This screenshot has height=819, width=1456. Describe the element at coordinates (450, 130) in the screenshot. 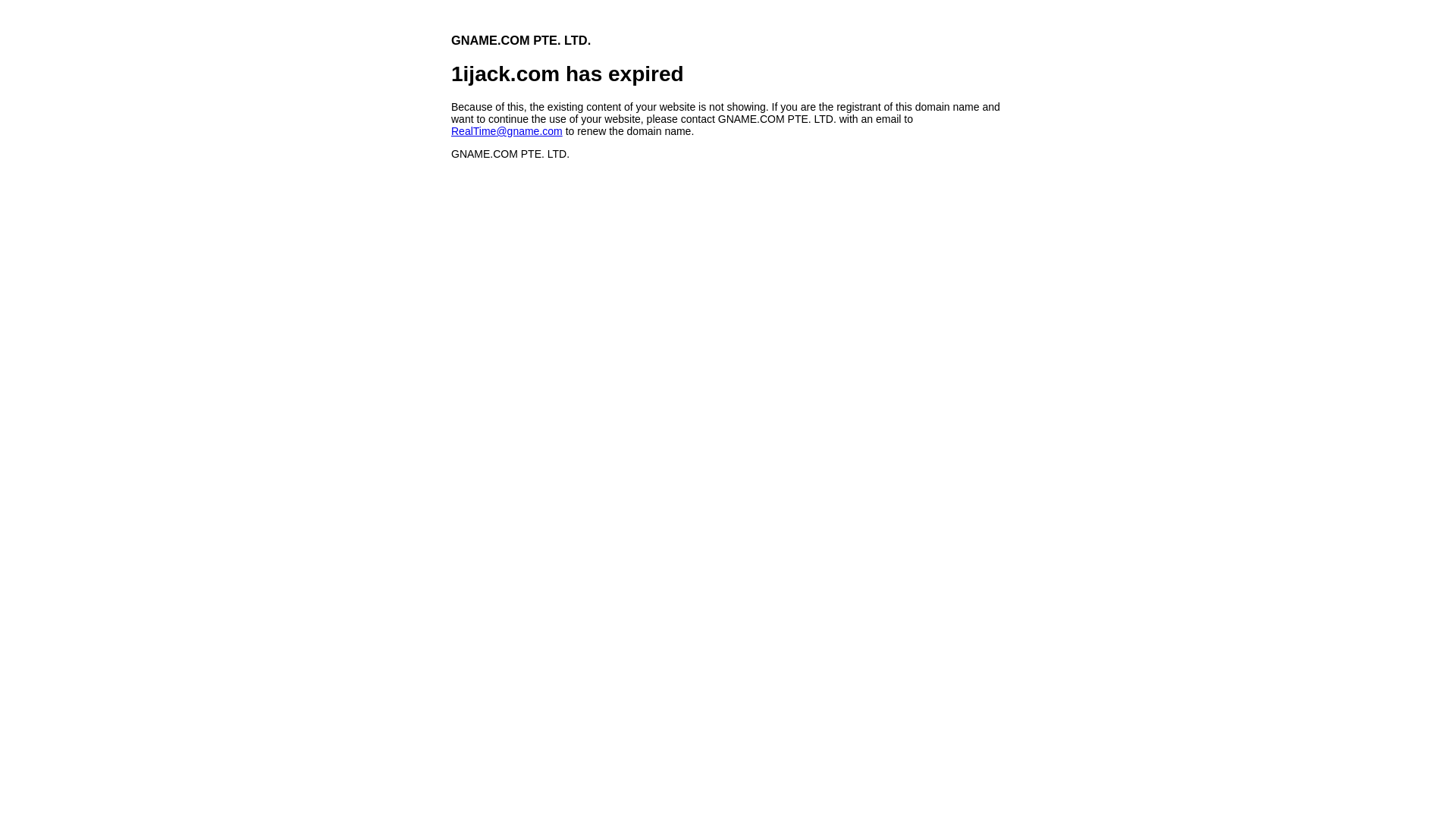

I see `'RealTime@gname.com'` at that location.